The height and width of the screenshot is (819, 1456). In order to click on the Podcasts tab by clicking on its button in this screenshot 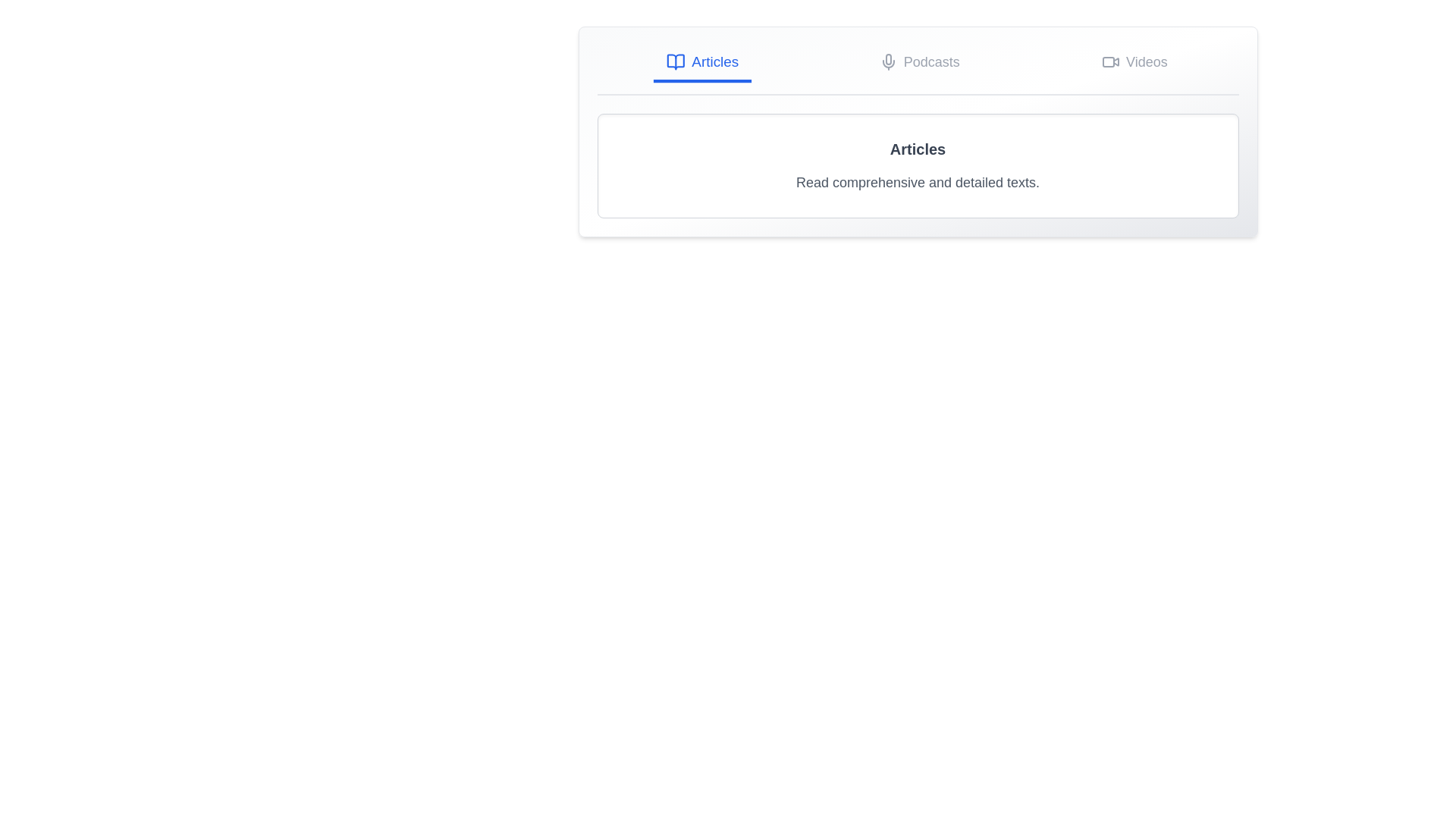, I will do `click(918, 63)`.